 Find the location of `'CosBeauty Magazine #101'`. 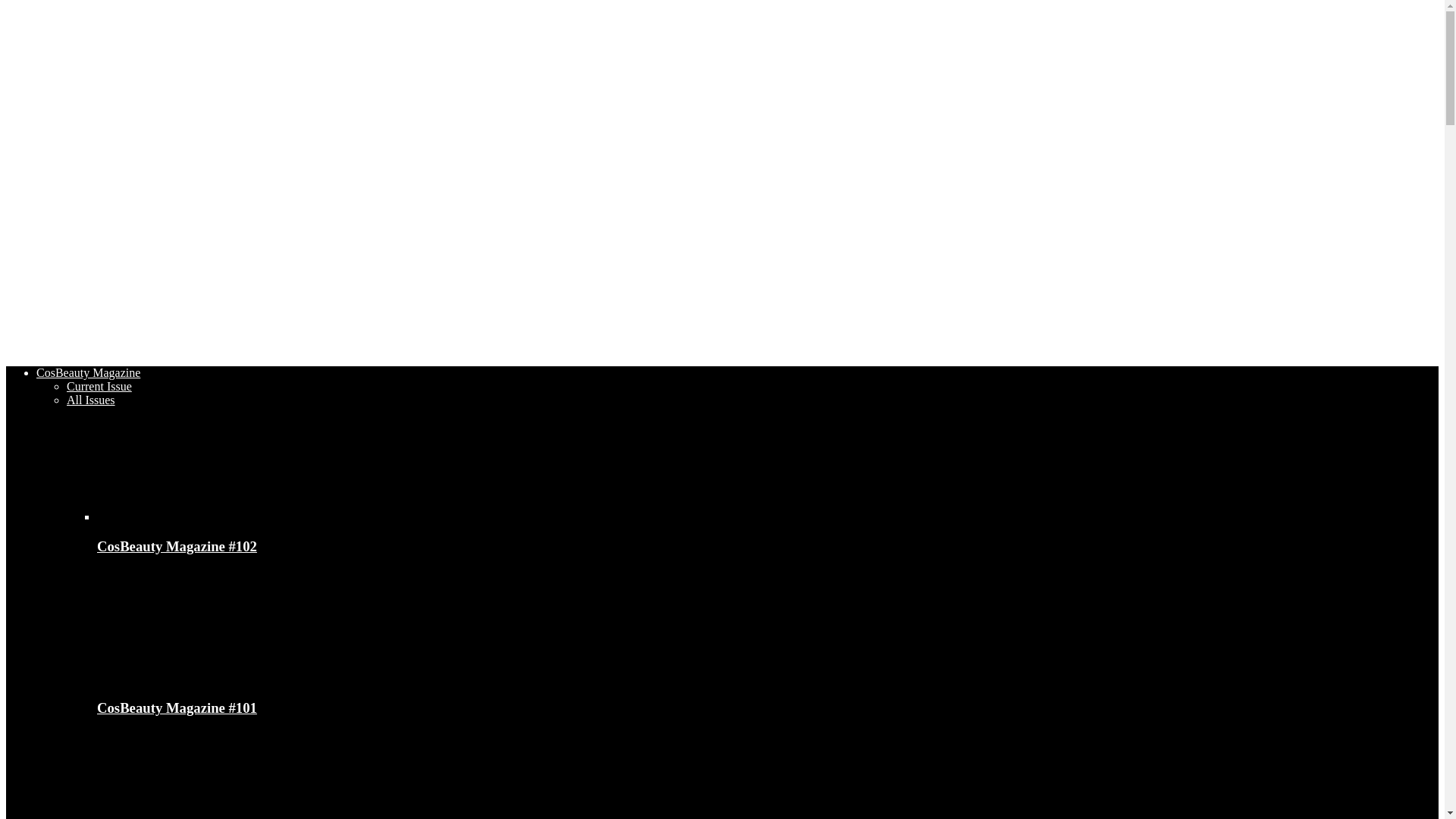

'CosBeauty Magazine #101' is located at coordinates (177, 708).